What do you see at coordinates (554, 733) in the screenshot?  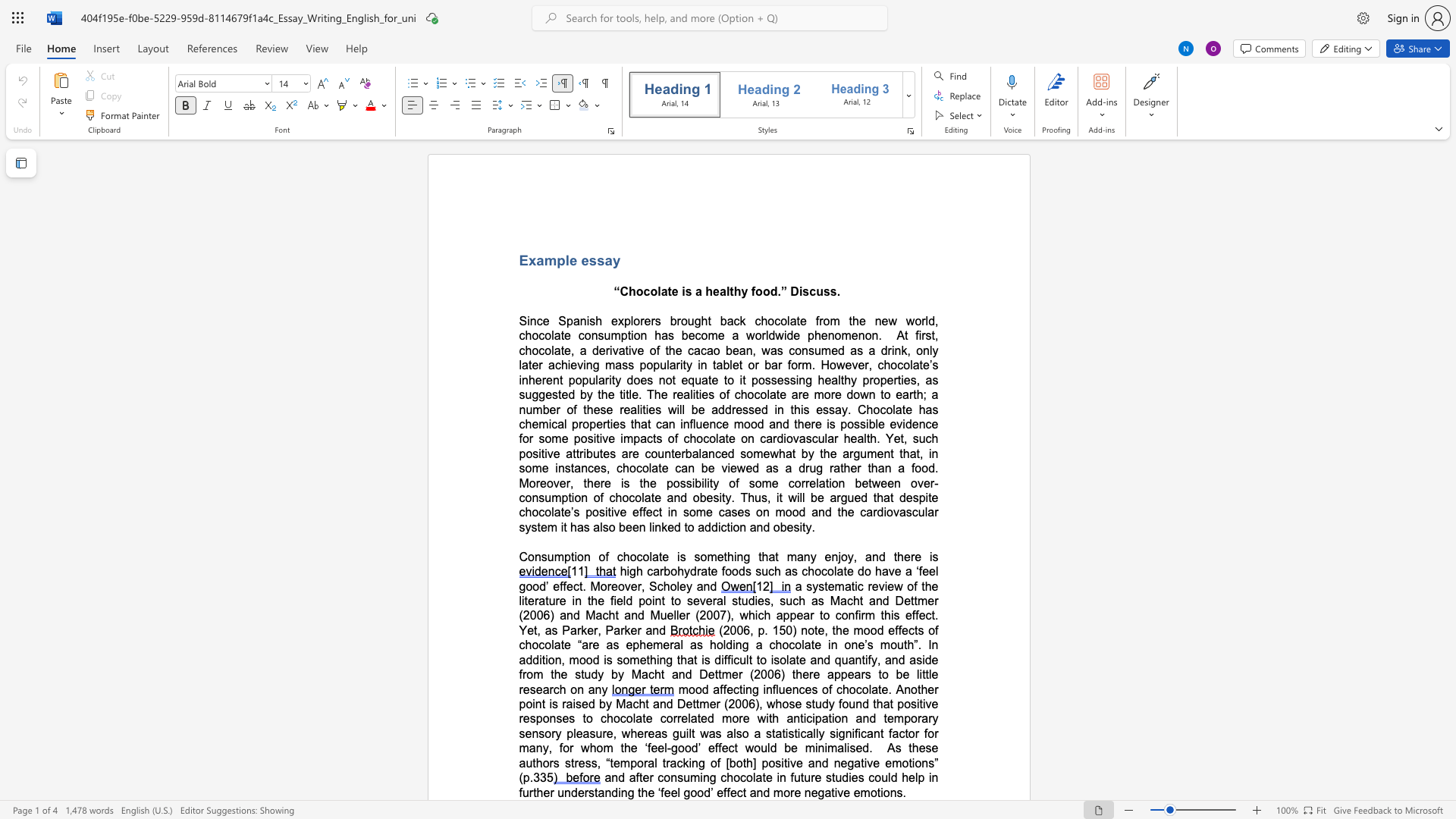 I see `the subset text "y pl" within the text "mood affecting influences of chocolate. Another point is raised by Macht and Dettmer (2006), whose study found that positive responses to chocolate correlated more with anticipation and temporary sensory pleasure,"` at bounding box center [554, 733].